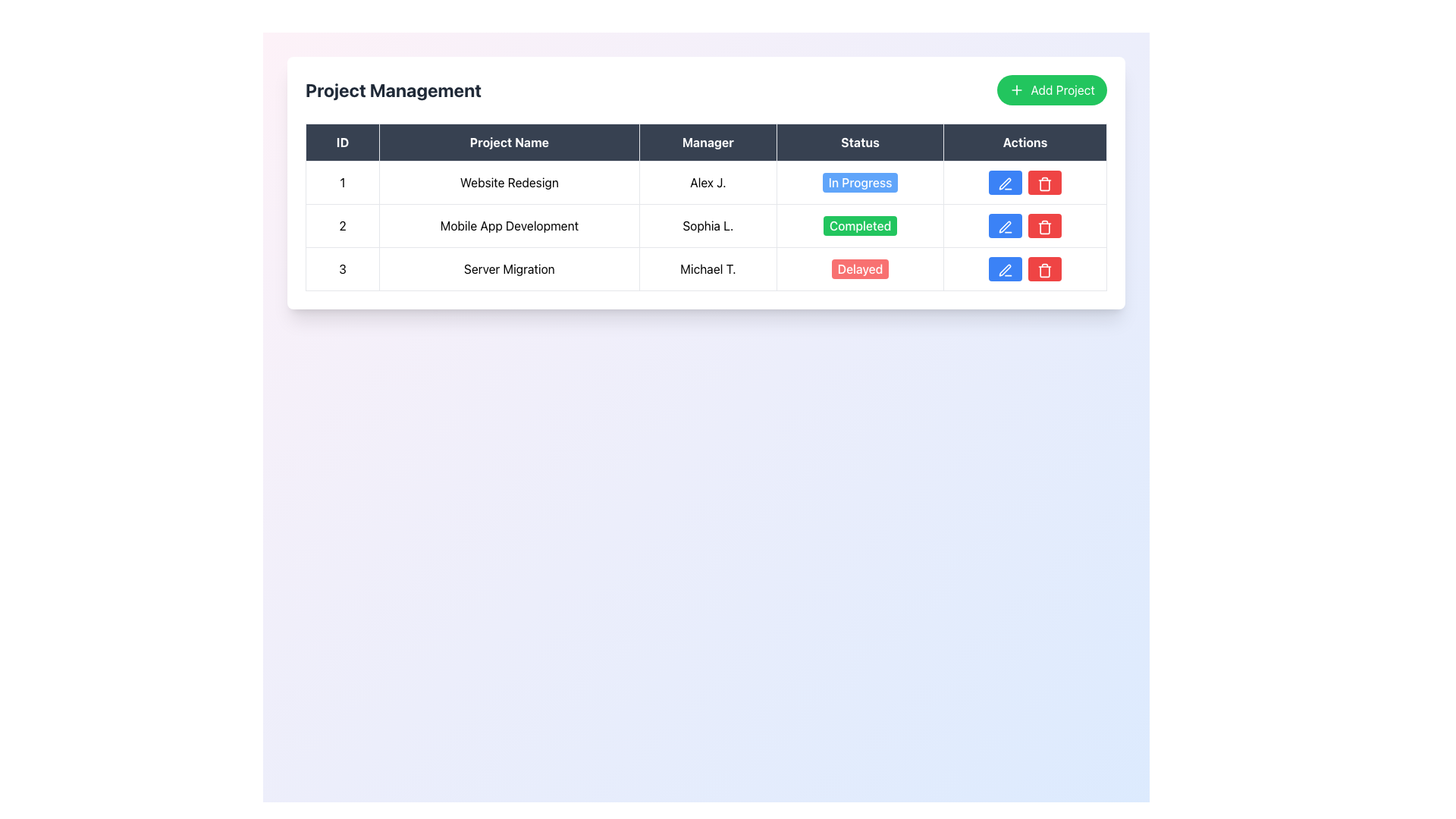 The height and width of the screenshot is (819, 1456). Describe the element at coordinates (860, 181) in the screenshot. I see `status of the label styled as a button with a blue background and white text that reads 'In Progress' located in the 'Status' column of the first row of the project management table for the 'Website Redesign' project` at that location.